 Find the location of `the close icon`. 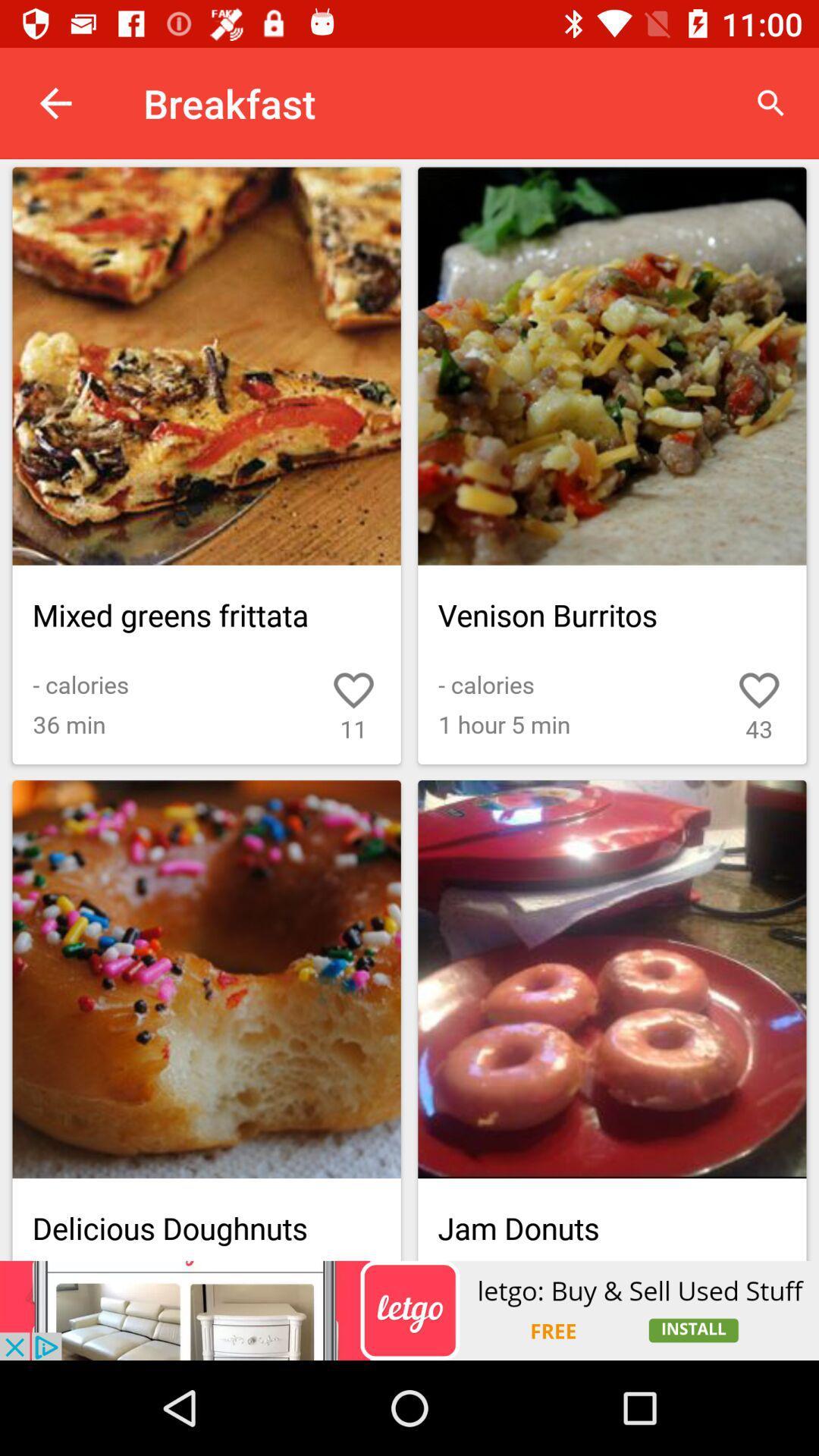

the close icon is located at coordinates (724, 1166).